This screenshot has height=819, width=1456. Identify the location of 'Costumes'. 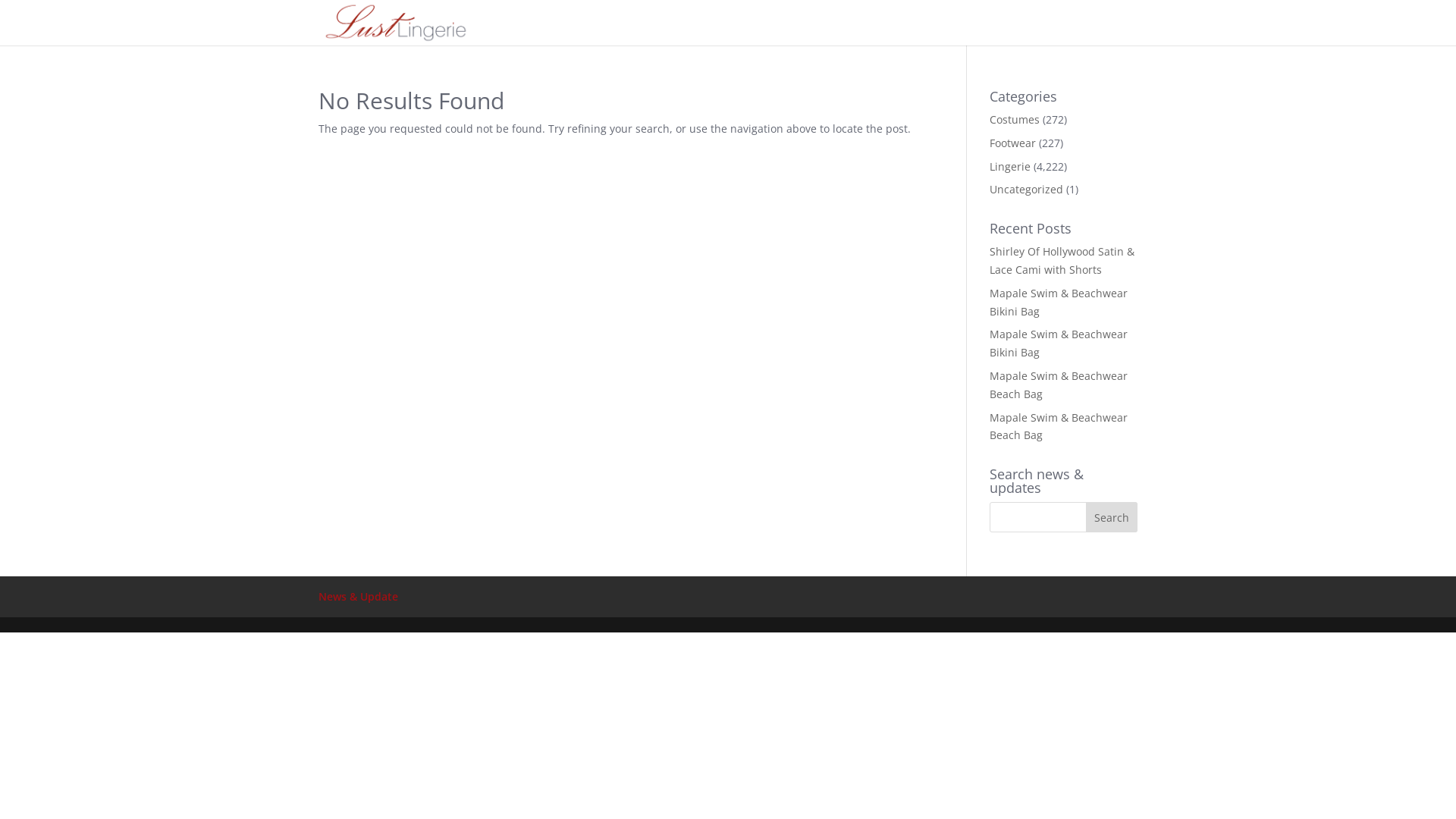
(1015, 118).